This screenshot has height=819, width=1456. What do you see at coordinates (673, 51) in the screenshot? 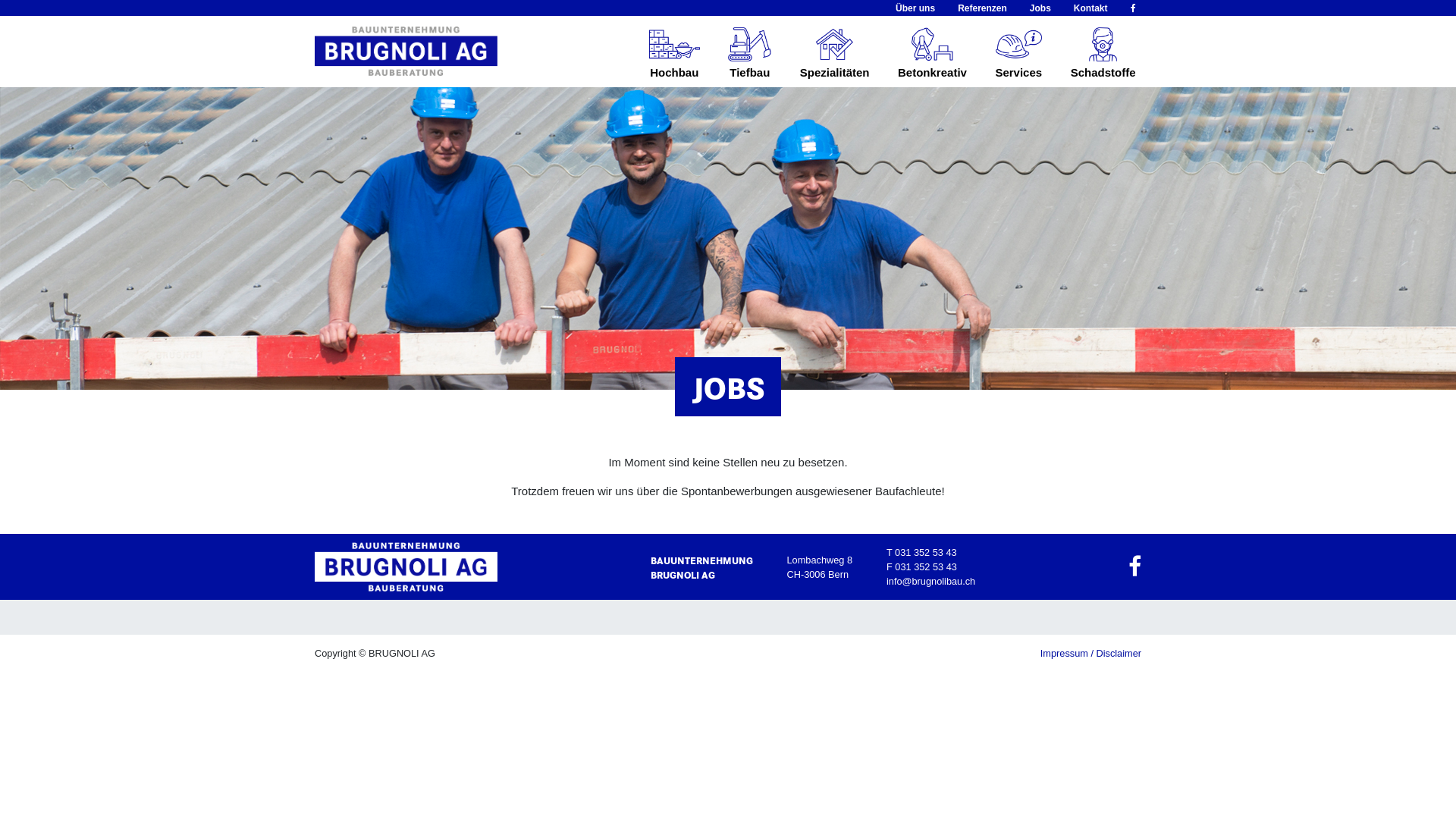
I see `'Hochbau'` at bounding box center [673, 51].